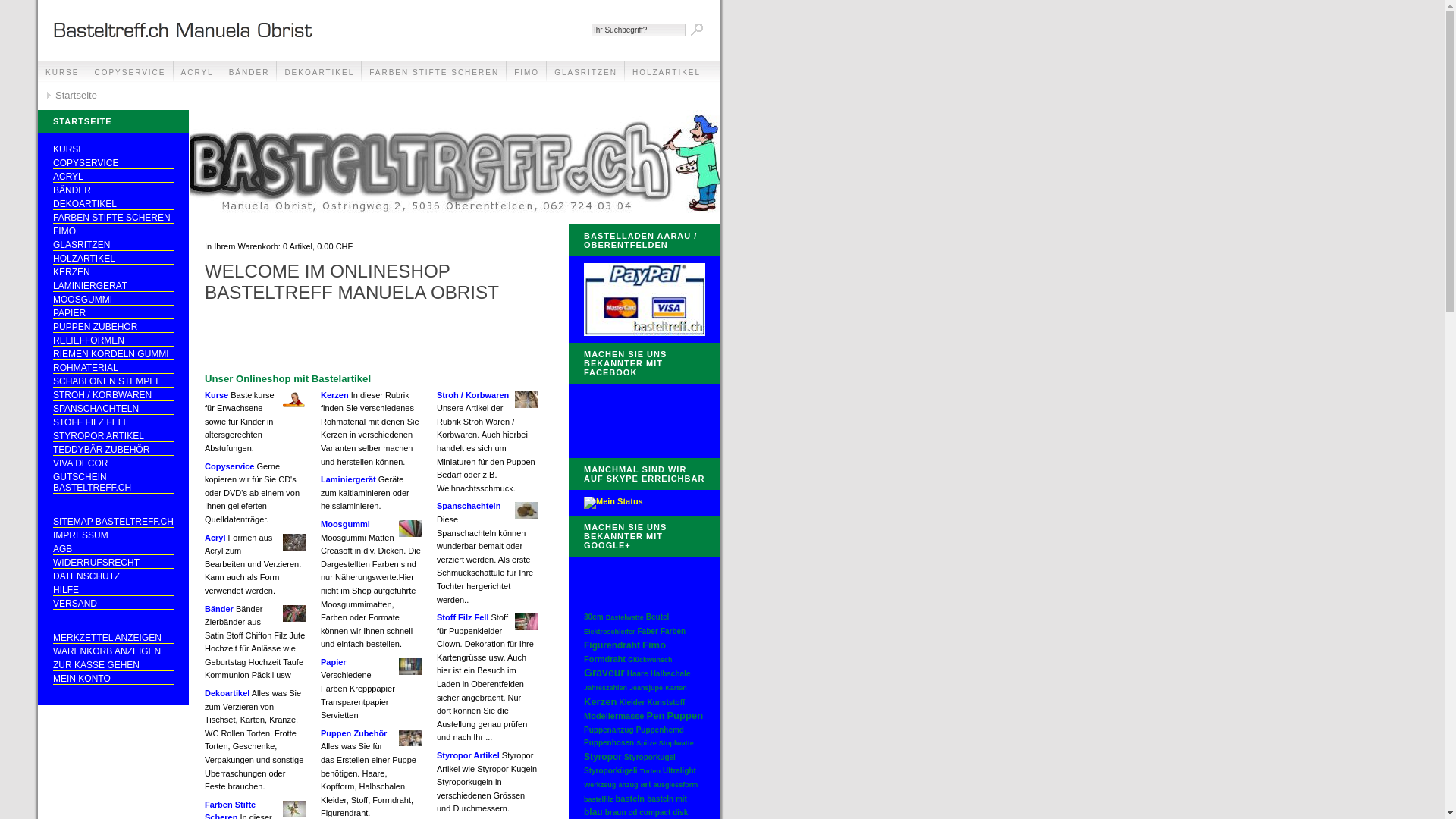 This screenshot has width=1456, height=819. Describe the element at coordinates (53, 354) in the screenshot. I see `'RIEMEN KORDELN GUMMI'` at that location.